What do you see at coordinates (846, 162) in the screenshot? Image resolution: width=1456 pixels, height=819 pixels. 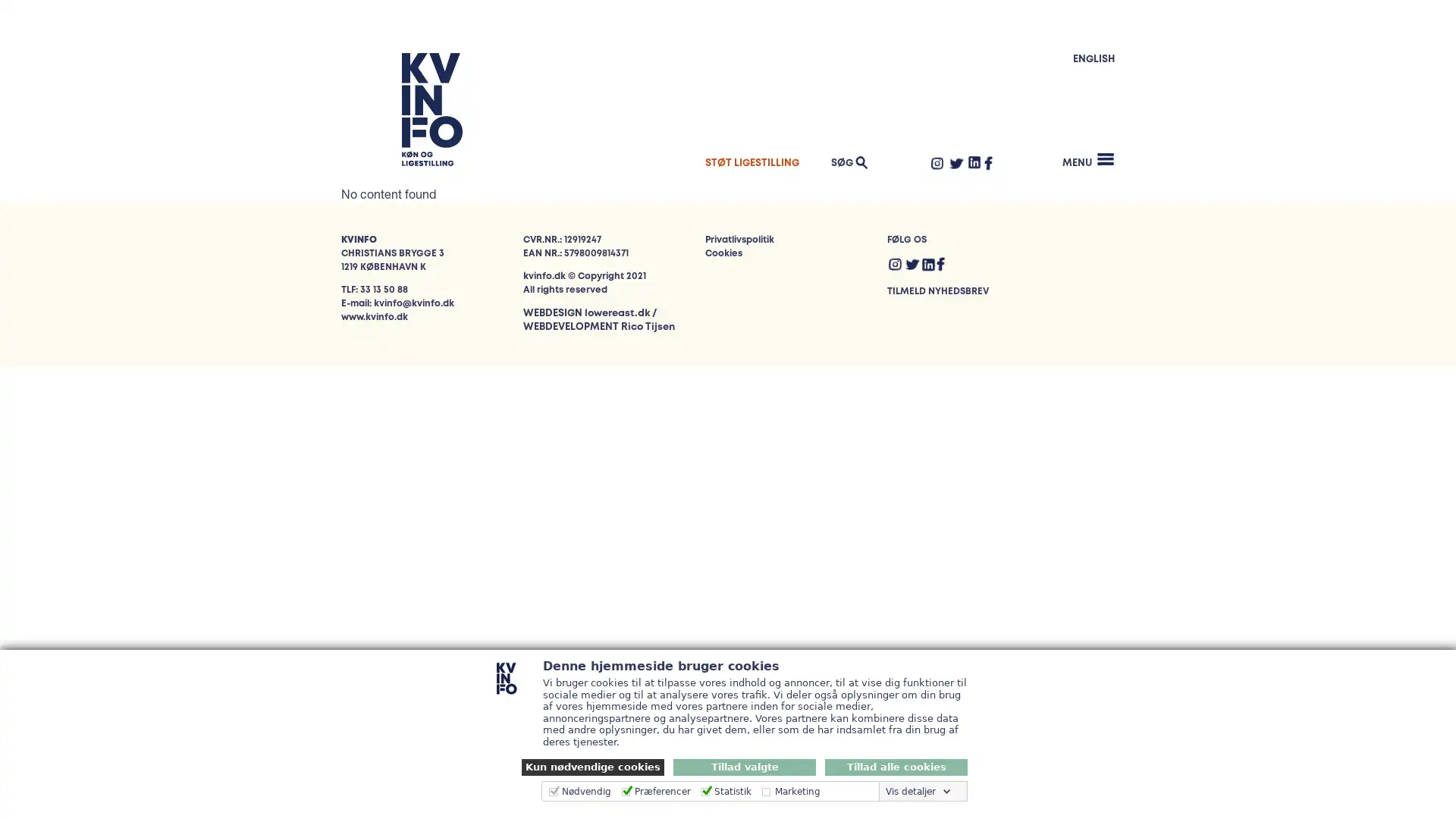 I see `SG` at bounding box center [846, 162].